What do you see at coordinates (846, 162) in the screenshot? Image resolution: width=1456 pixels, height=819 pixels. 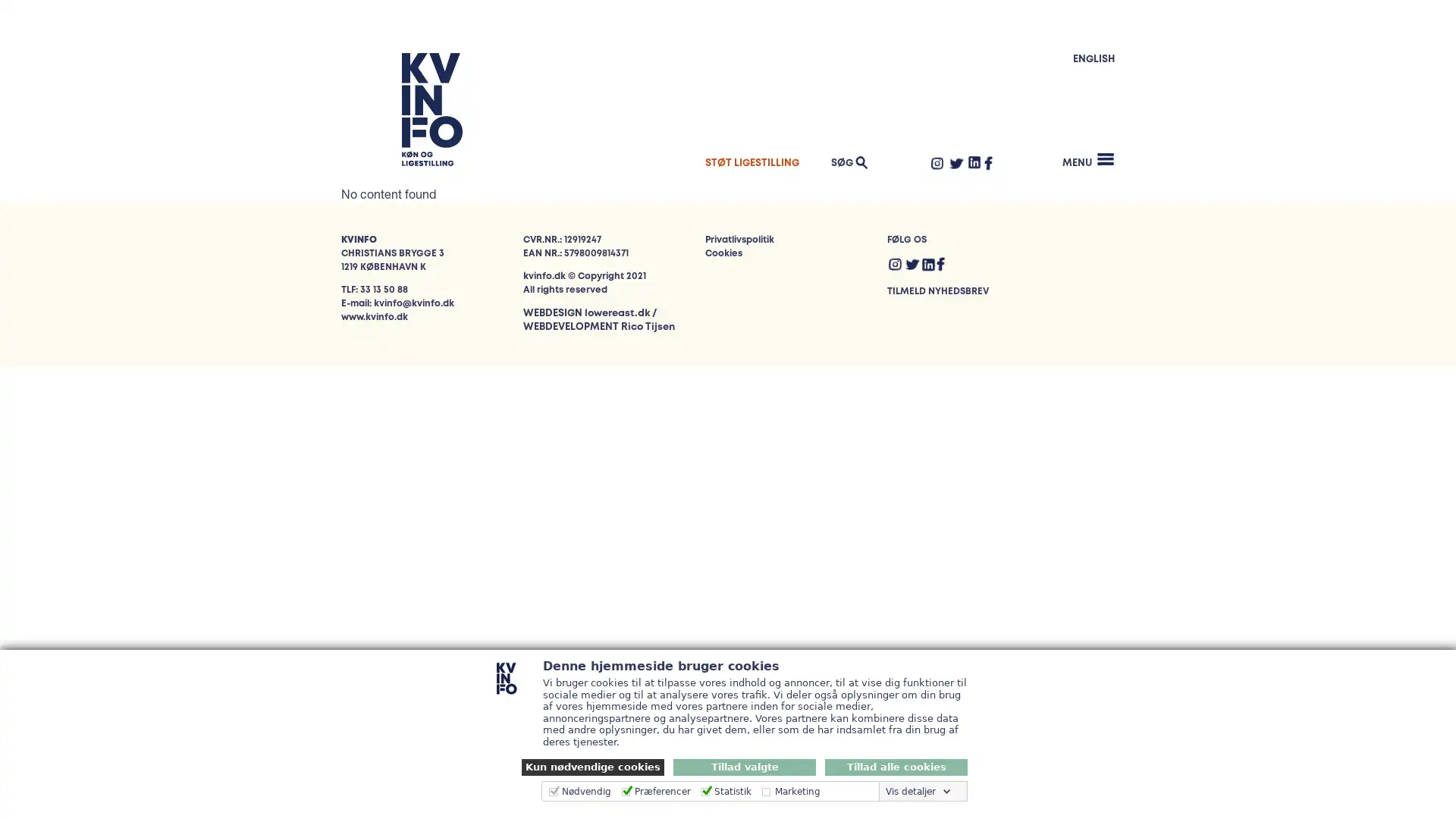 I see `SG` at bounding box center [846, 162].